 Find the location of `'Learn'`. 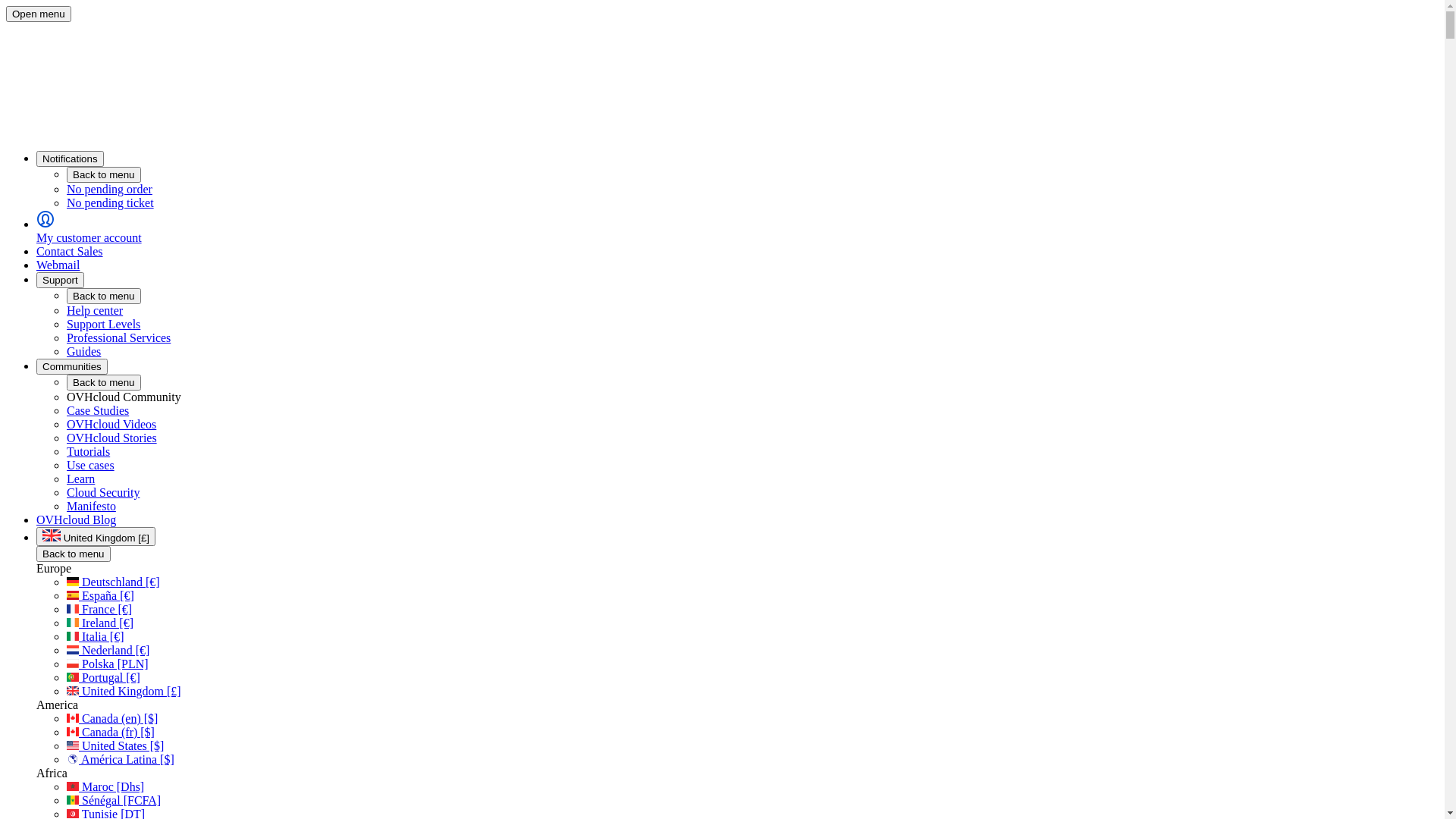

'Learn' is located at coordinates (80, 479).